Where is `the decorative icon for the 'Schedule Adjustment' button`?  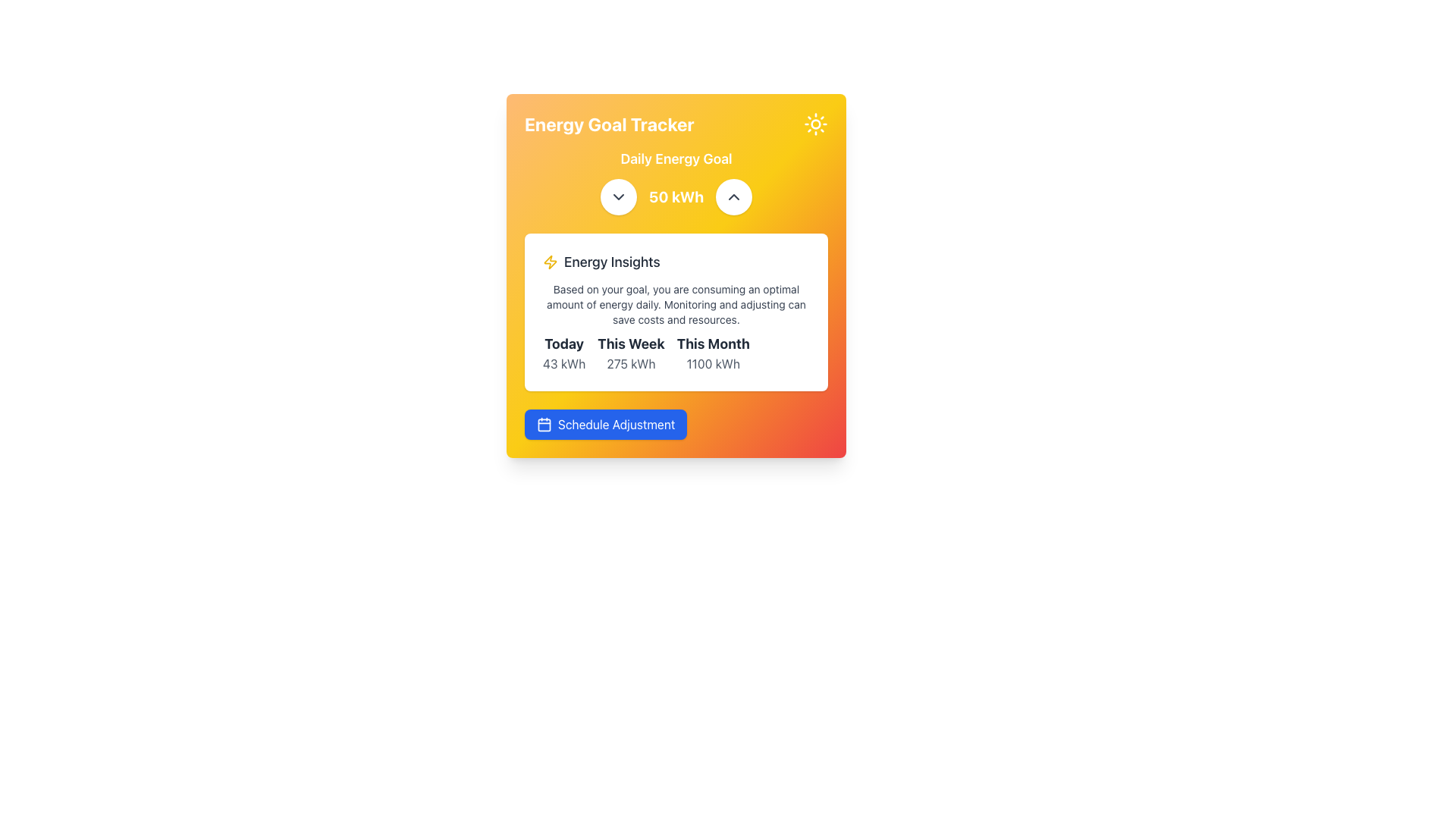 the decorative icon for the 'Schedule Adjustment' button is located at coordinates (544, 424).